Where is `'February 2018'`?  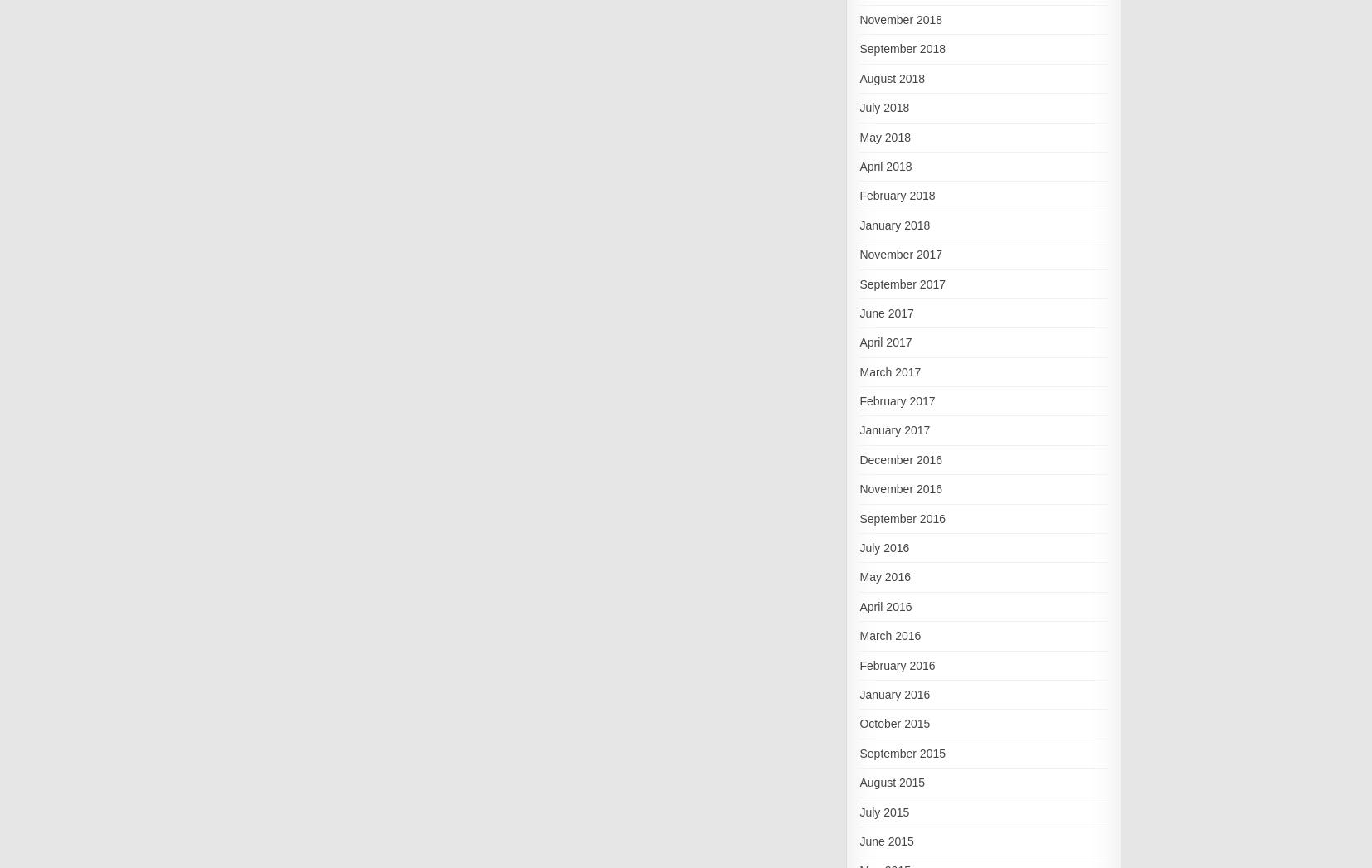 'February 2018' is located at coordinates (896, 194).